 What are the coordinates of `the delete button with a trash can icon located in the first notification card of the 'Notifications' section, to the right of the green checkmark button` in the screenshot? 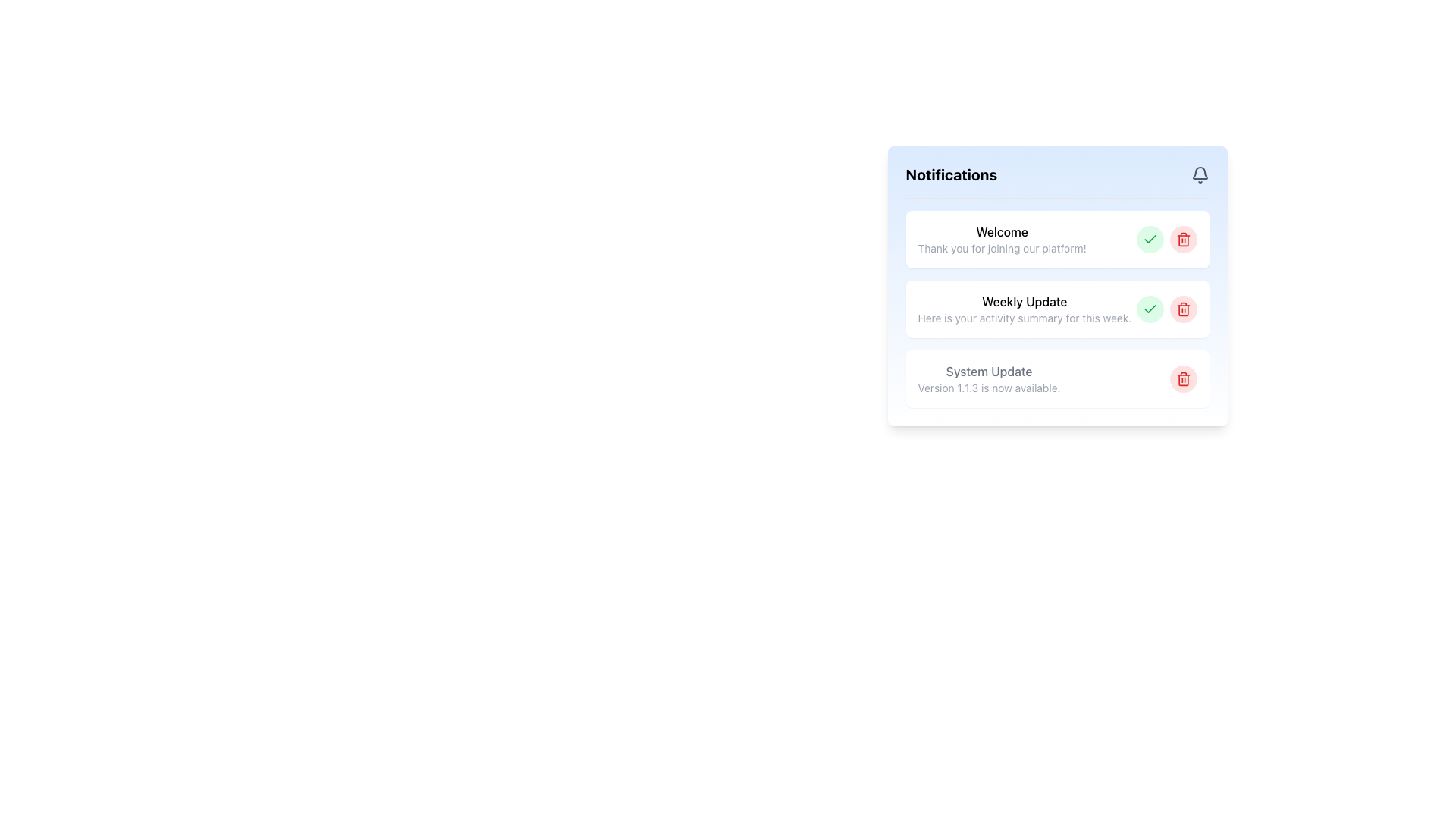 It's located at (1182, 239).